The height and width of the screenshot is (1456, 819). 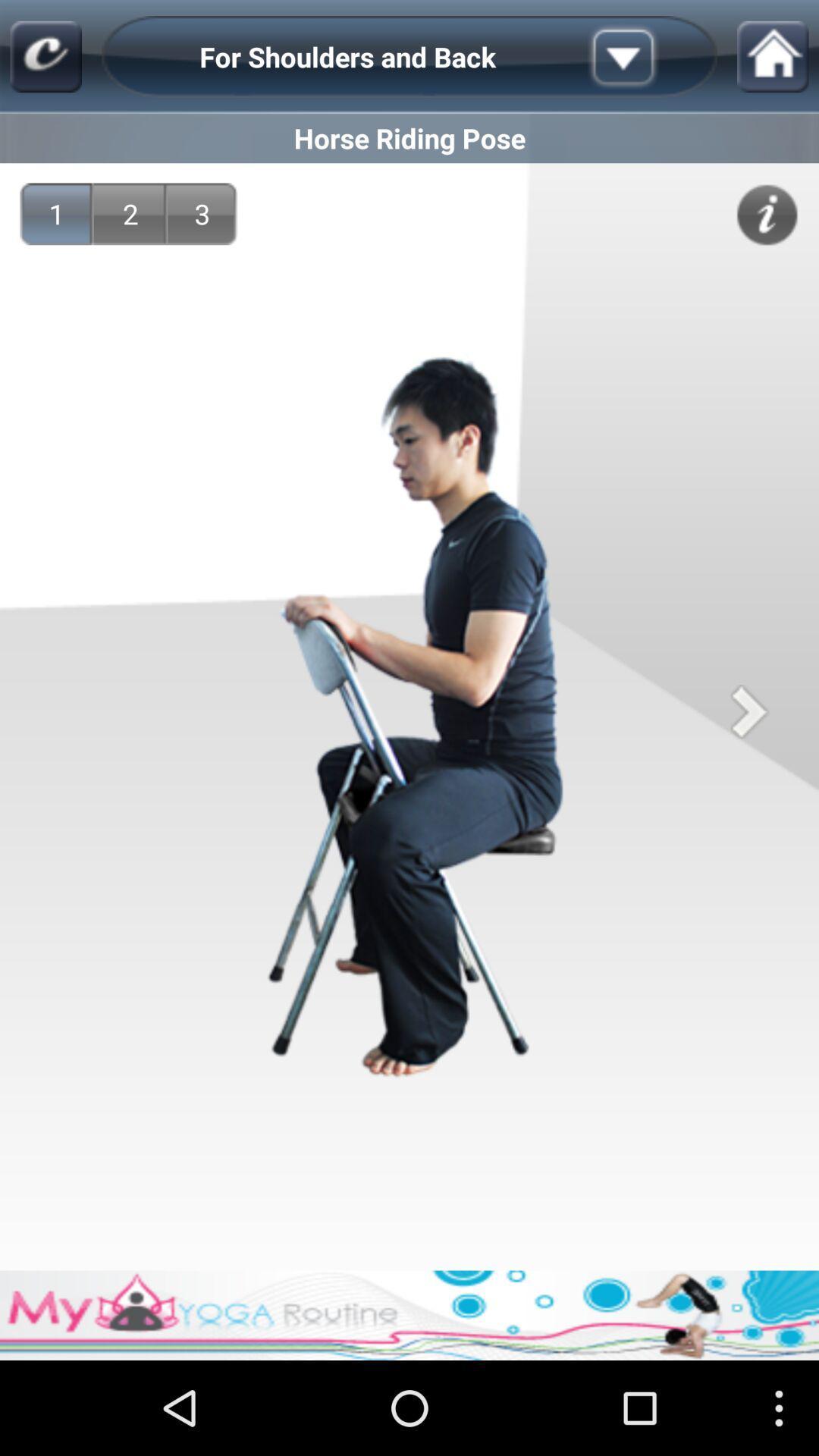 I want to click on icon above the horse riding pose icon, so click(x=45, y=57).